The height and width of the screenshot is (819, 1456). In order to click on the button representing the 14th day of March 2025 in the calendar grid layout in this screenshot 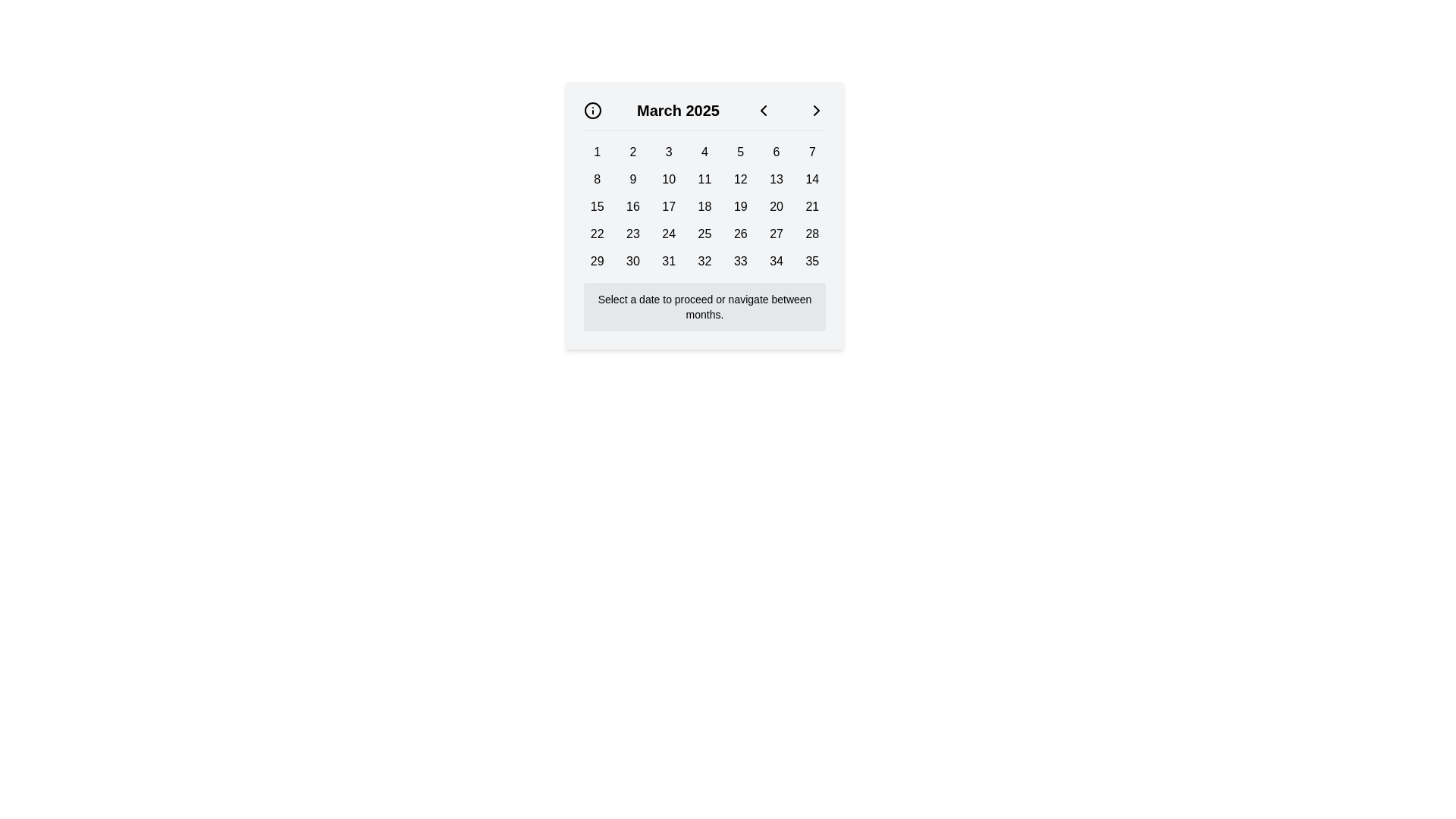, I will do `click(811, 178)`.